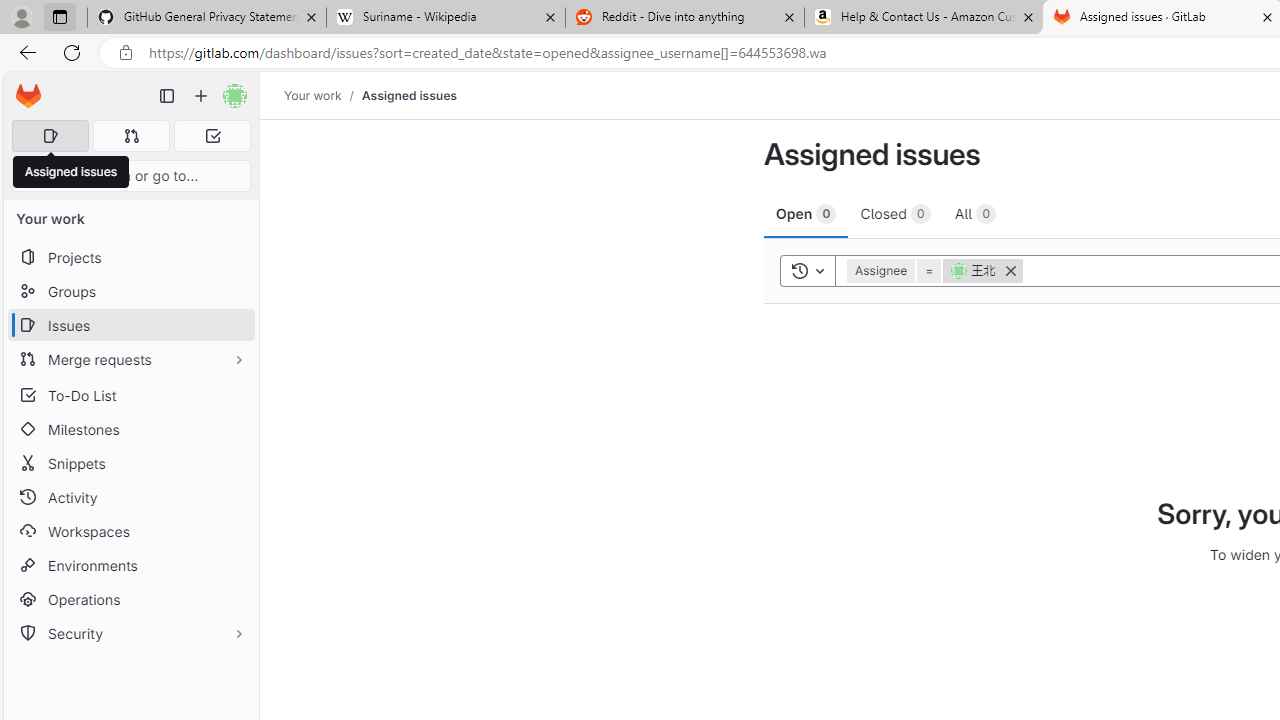 The width and height of the screenshot is (1280, 720). I want to click on 'To-Do List', so click(130, 395).